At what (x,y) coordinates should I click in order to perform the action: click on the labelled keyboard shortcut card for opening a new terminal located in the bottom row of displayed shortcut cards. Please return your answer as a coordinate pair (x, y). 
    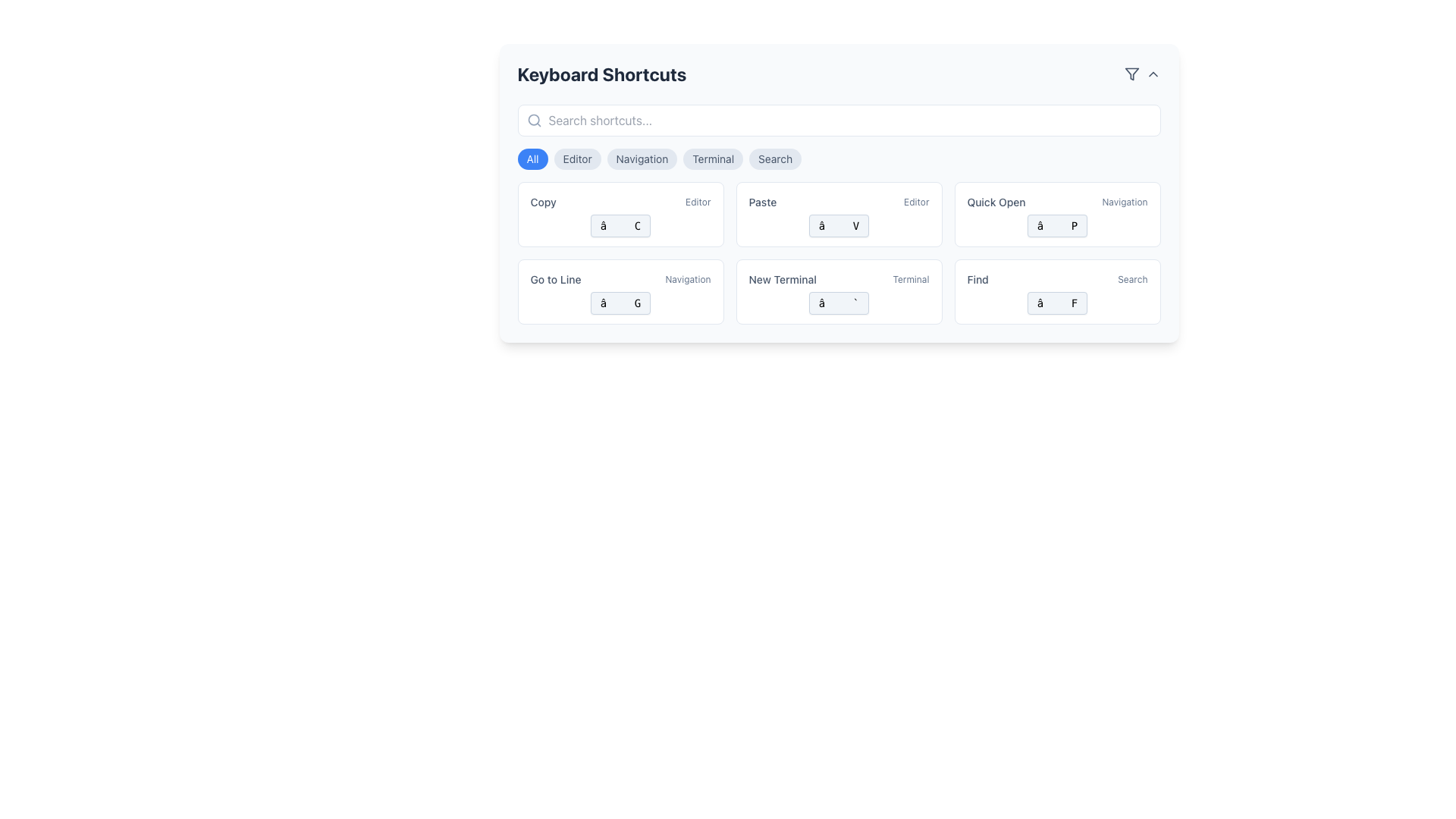
    Looking at the image, I should click on (838, 280).